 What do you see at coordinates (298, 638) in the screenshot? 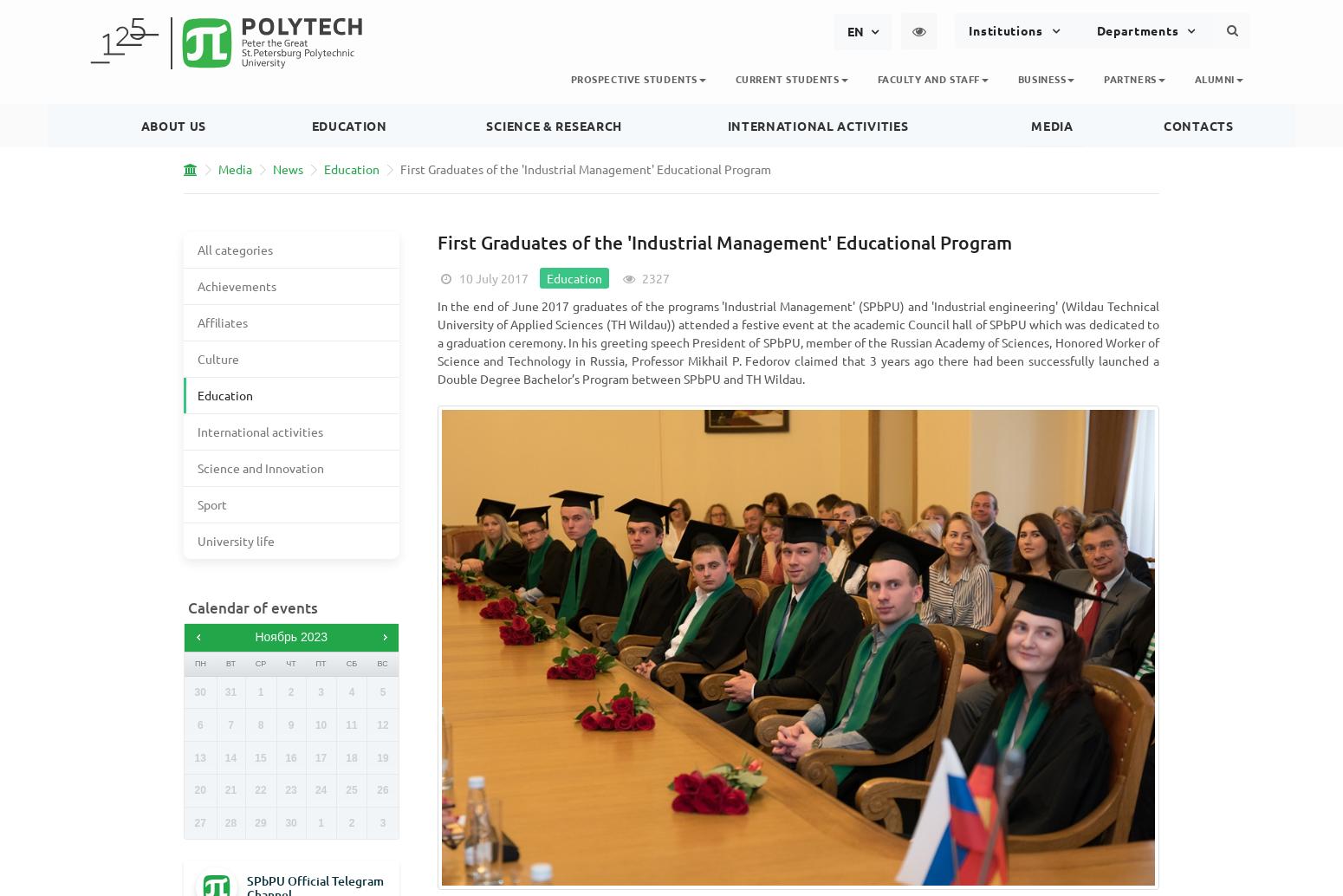
I see `'2023'` at bounding box center [298, 638].